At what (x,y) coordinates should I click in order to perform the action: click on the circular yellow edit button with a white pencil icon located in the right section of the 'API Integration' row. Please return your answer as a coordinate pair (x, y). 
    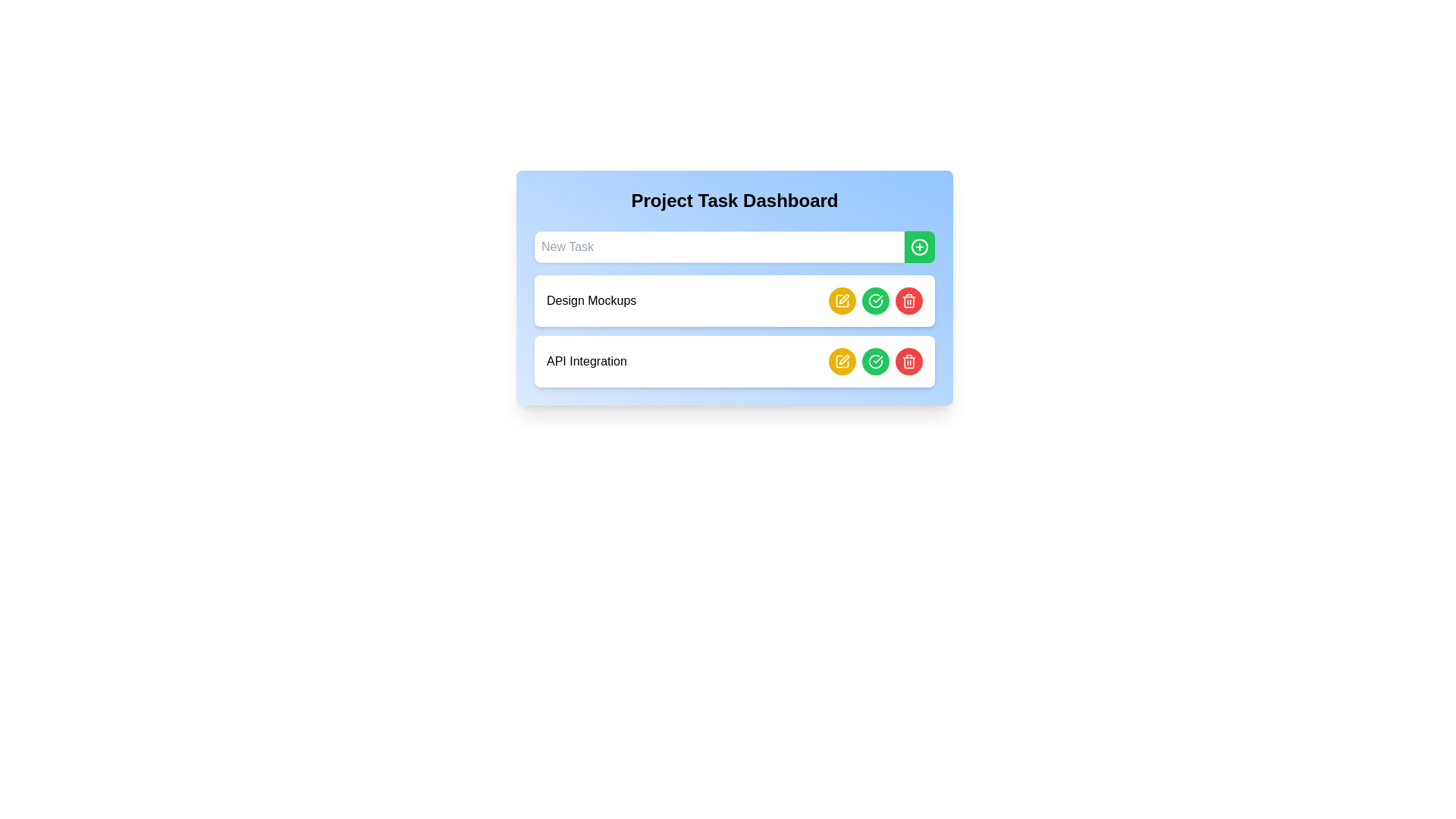
    Looking at the image, I should click on (841, 301).